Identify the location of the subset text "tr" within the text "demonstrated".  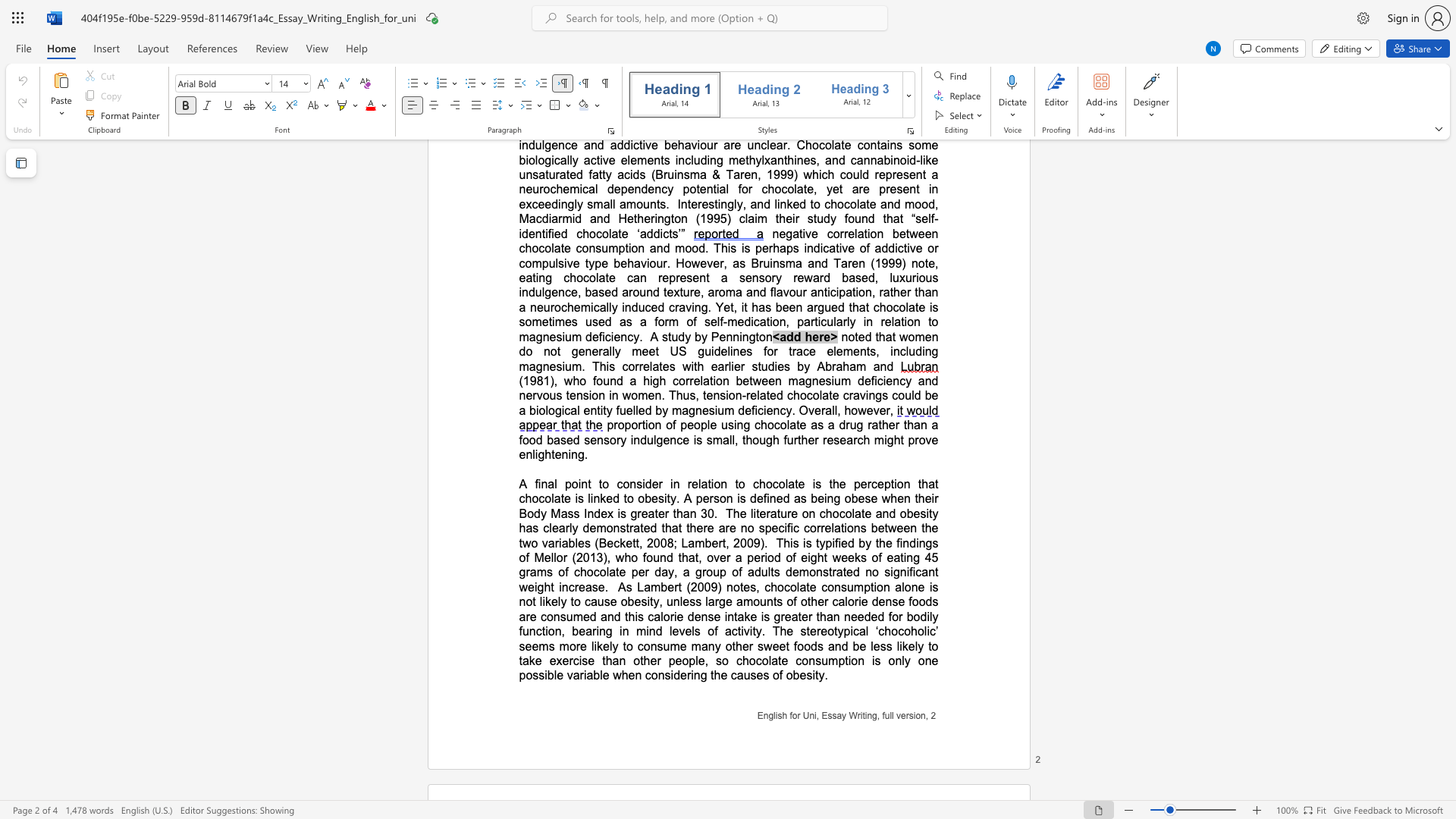
(626, 527).